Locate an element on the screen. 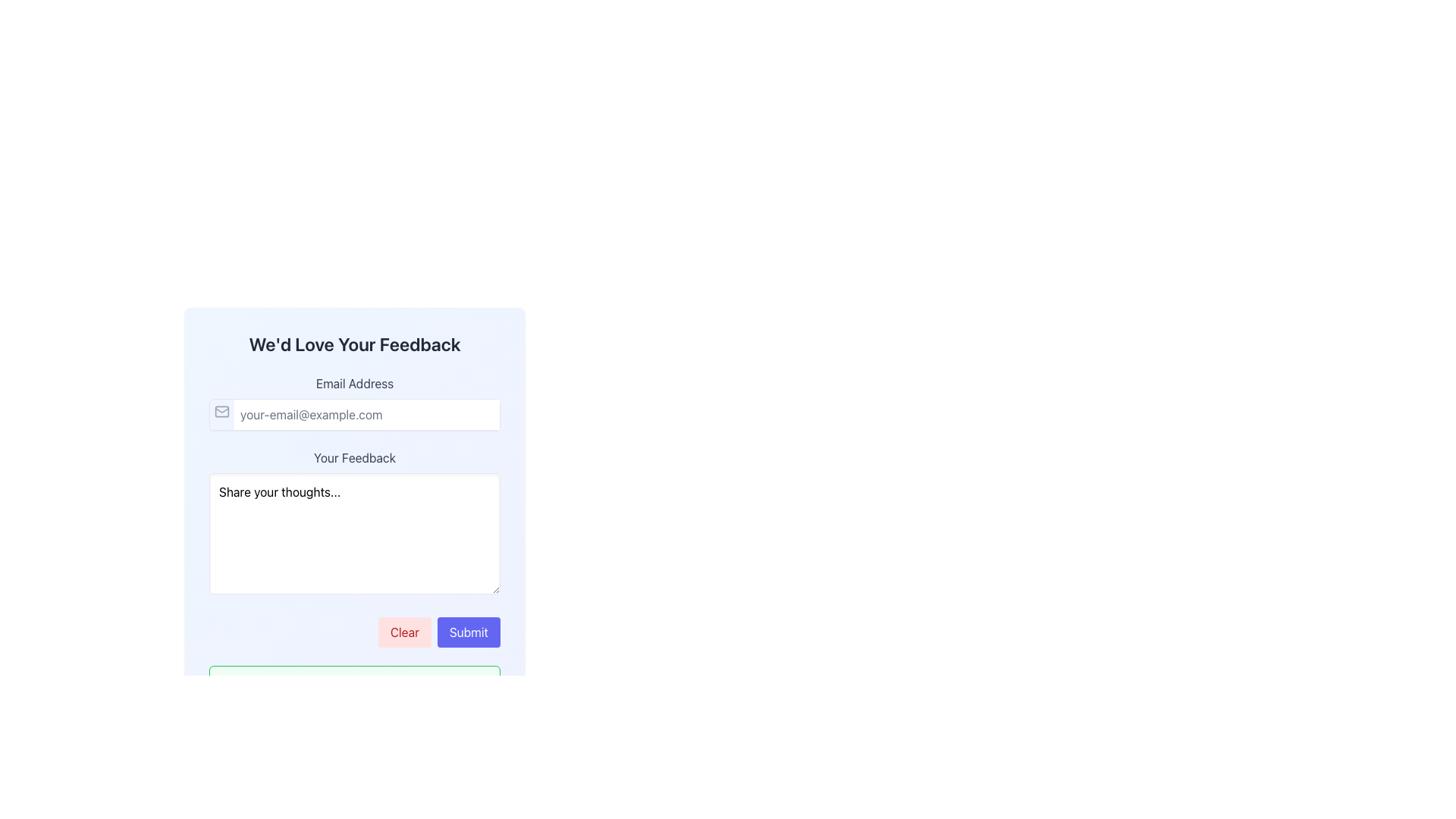 The image size is (1456, 819). the 'Submit' button located at the bottom-right corner of the form interface to change its background color is located at coordinates (468, 632).